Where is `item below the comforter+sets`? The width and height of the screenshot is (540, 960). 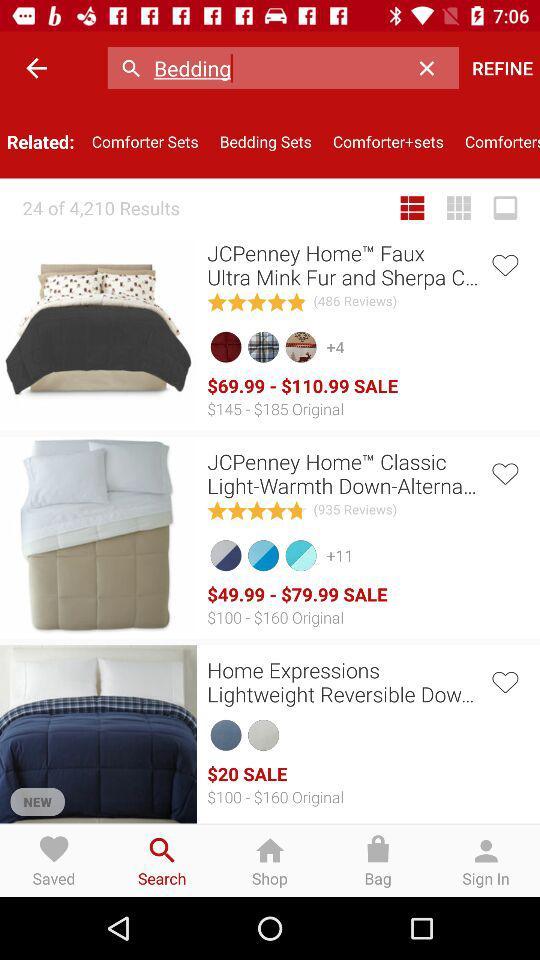 item below the comforter+sets is located at coordinates (411, 208).